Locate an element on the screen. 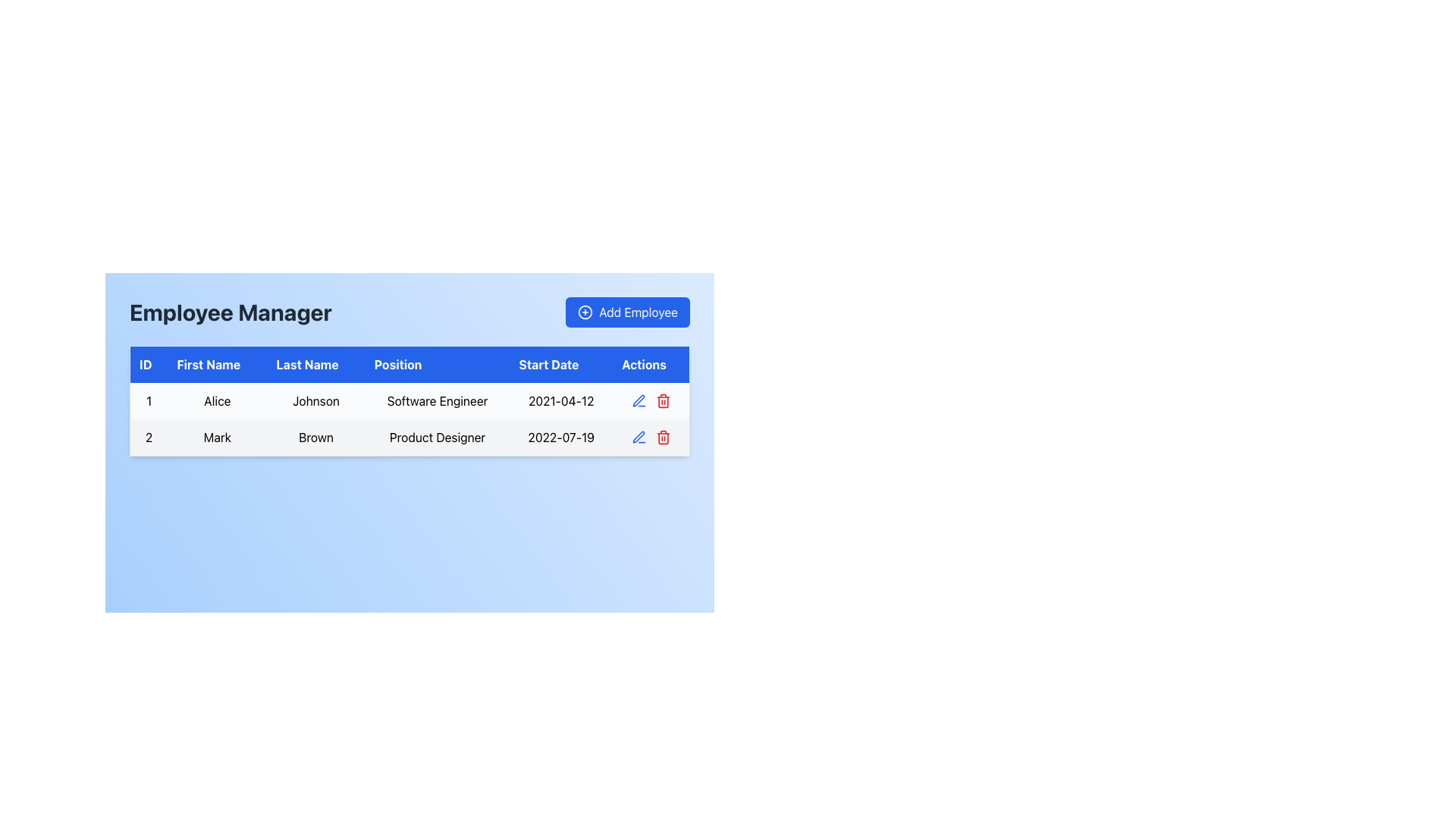 This screenshot has width=1456, height=819. the text label displaying the date '2022-07-19' located in the fifth column of the second row in the 'Employee Manager' table for employee 'Mark Brown' is located at coordinates (560, 438).